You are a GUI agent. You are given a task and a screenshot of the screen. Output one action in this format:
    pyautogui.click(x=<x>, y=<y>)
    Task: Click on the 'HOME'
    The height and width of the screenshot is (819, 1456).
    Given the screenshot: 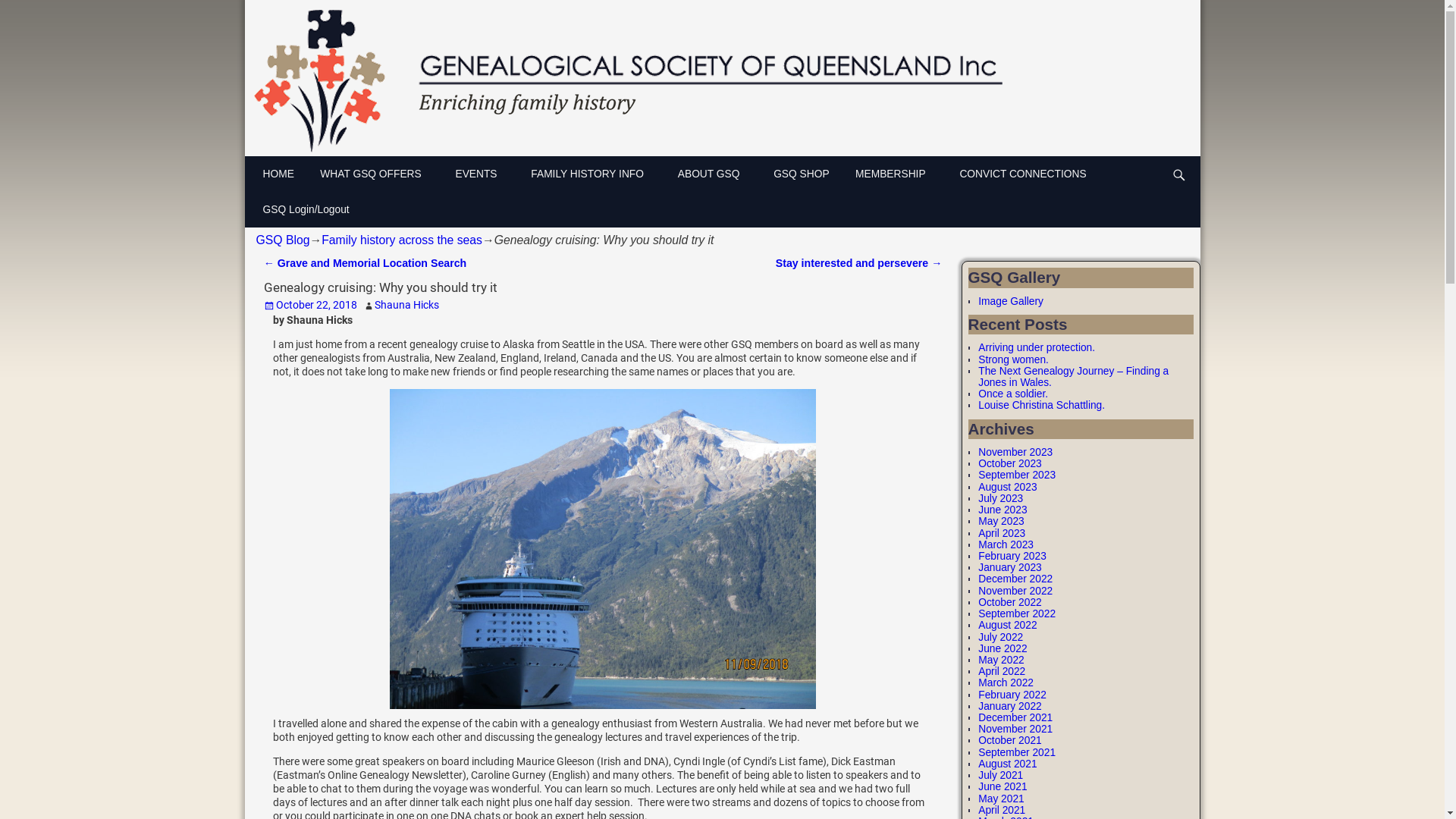 What is the action you would take?
    pyautogui.click(x=284, y=173)
    